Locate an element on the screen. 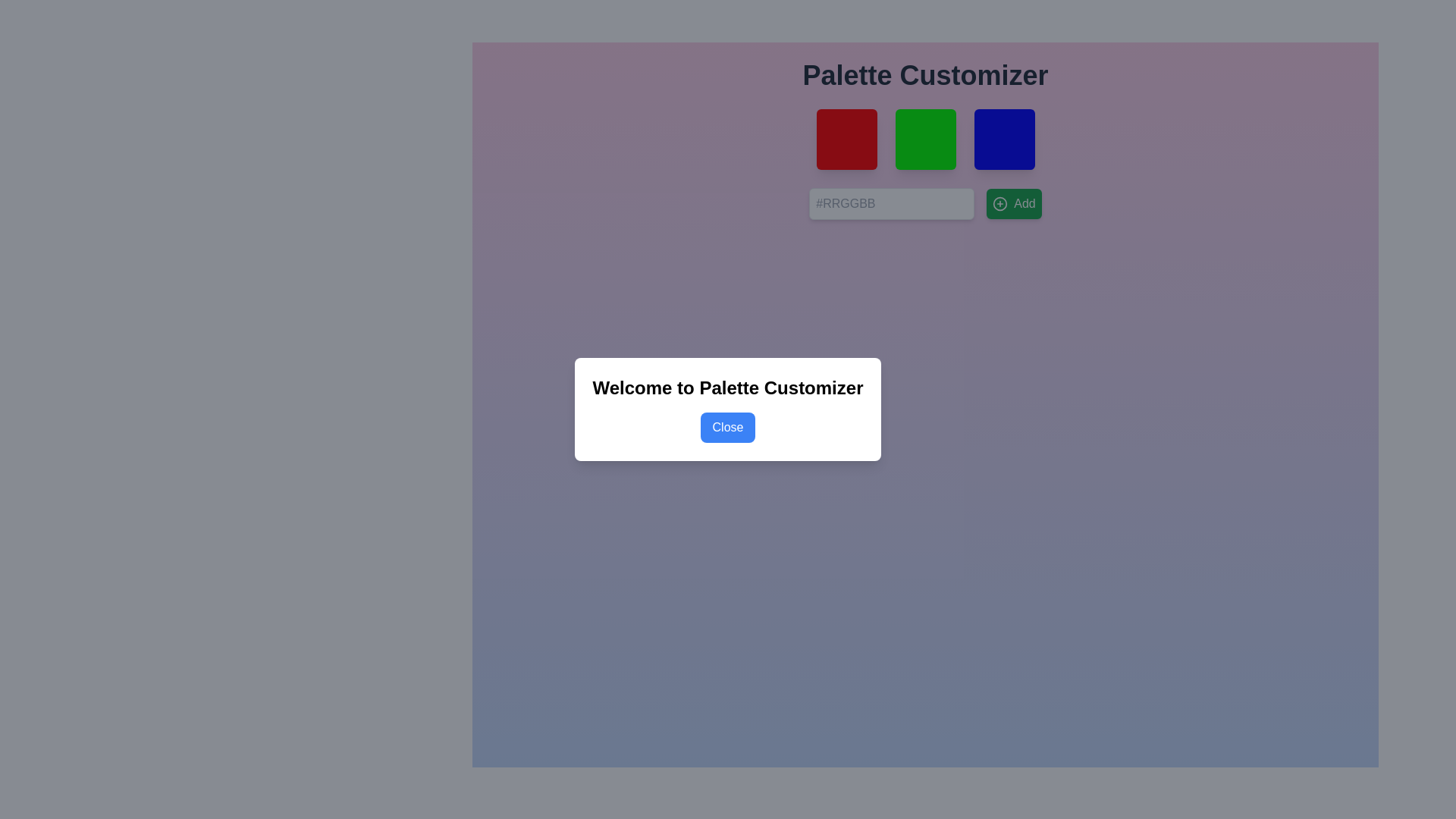 This screenshot has height=819, width=1456. the Modal dialog box that introduces the user to the palette customizer, which contains the heading 'Welcome to Palette Customizer' and a 'Close' button is located at coordinates (728, 409).